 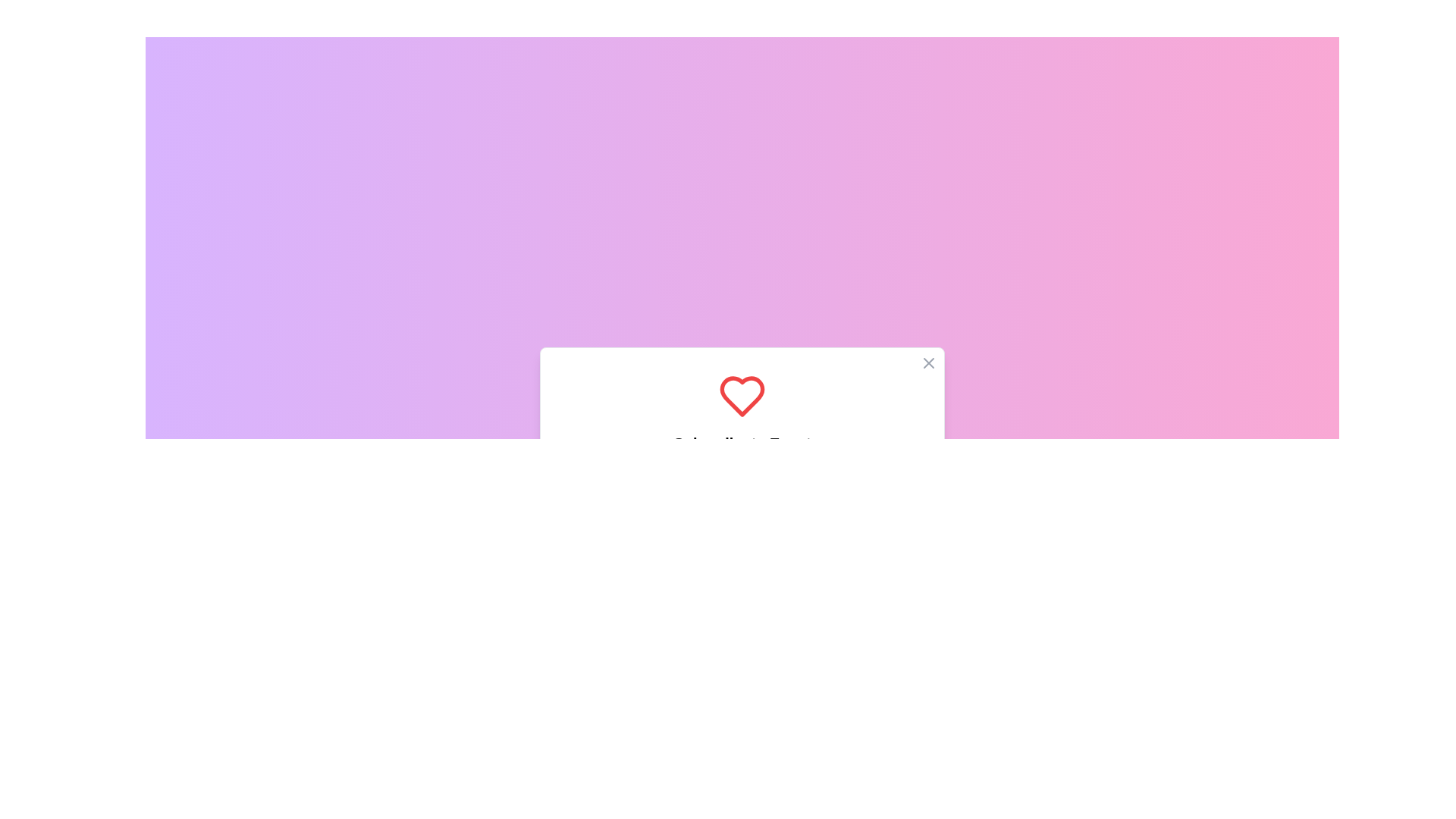 I want to click on the close button located in the top right corner of the white card, so click(x=928, y=362).